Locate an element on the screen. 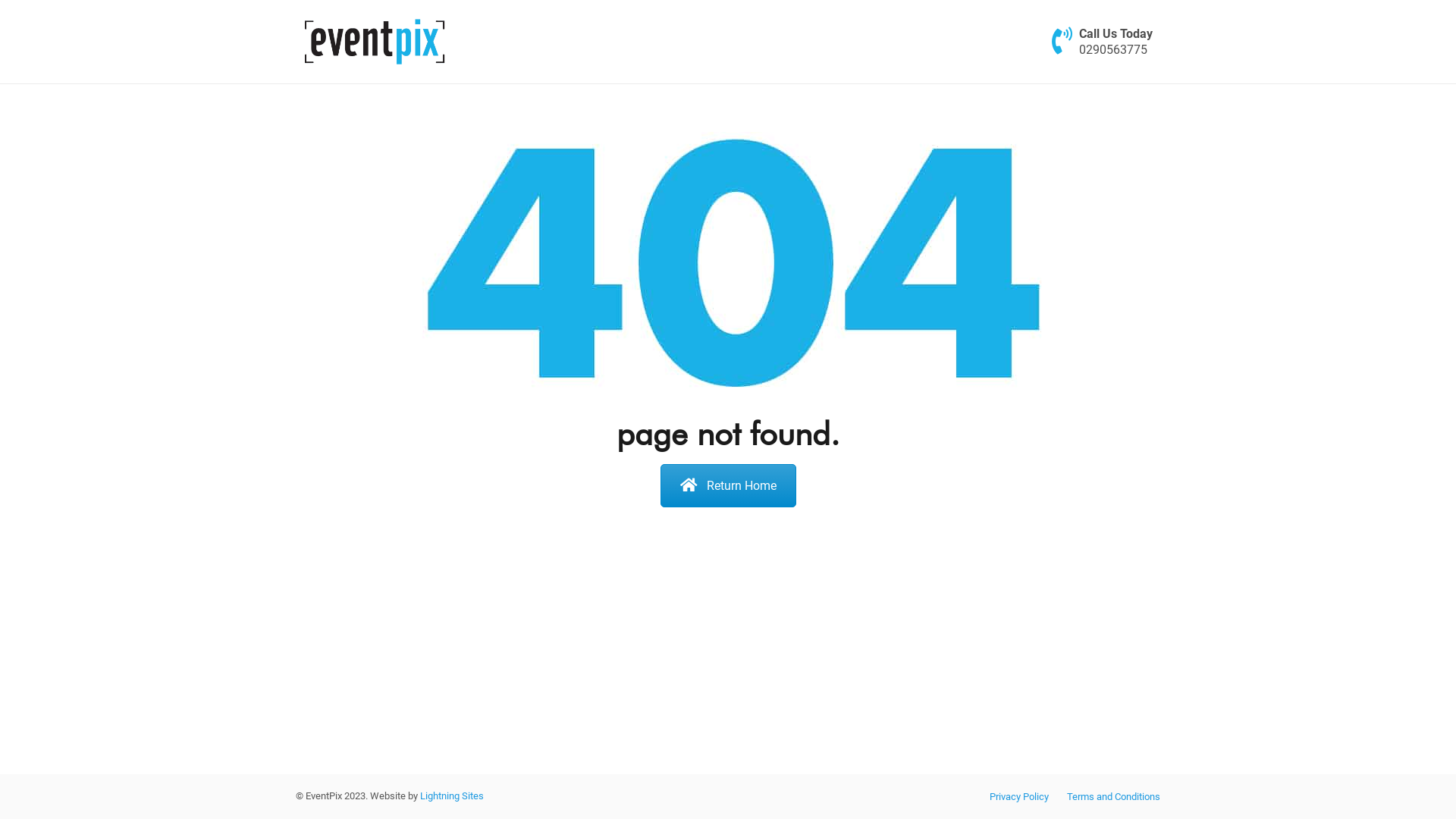 The width and height of the screenshot is (1456, 819). 'Terms and Conditions' is located at coordinates (1113, 795).